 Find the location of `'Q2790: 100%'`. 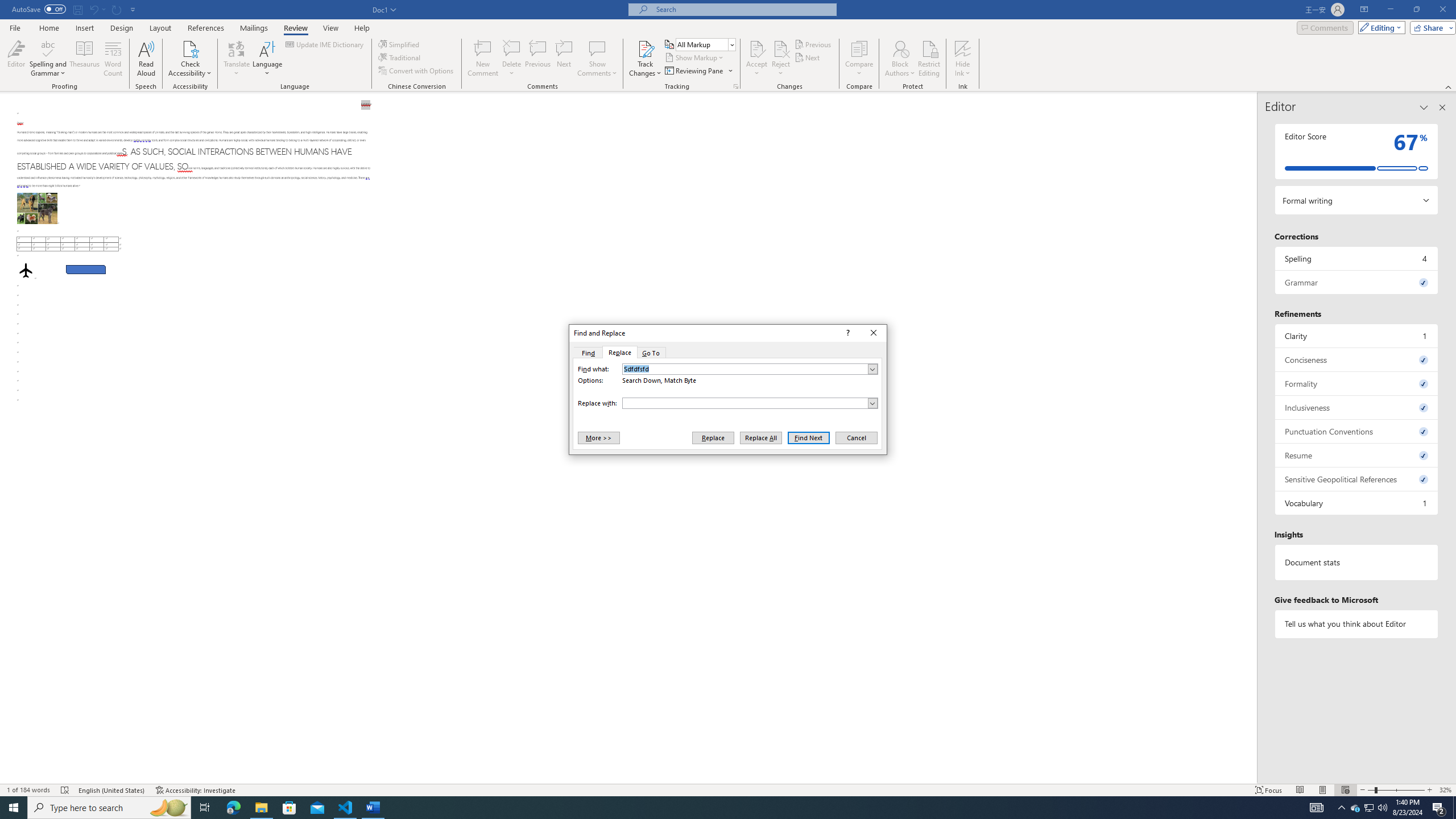

'Q2790: 100%' is located at coordinates (1381, 806).